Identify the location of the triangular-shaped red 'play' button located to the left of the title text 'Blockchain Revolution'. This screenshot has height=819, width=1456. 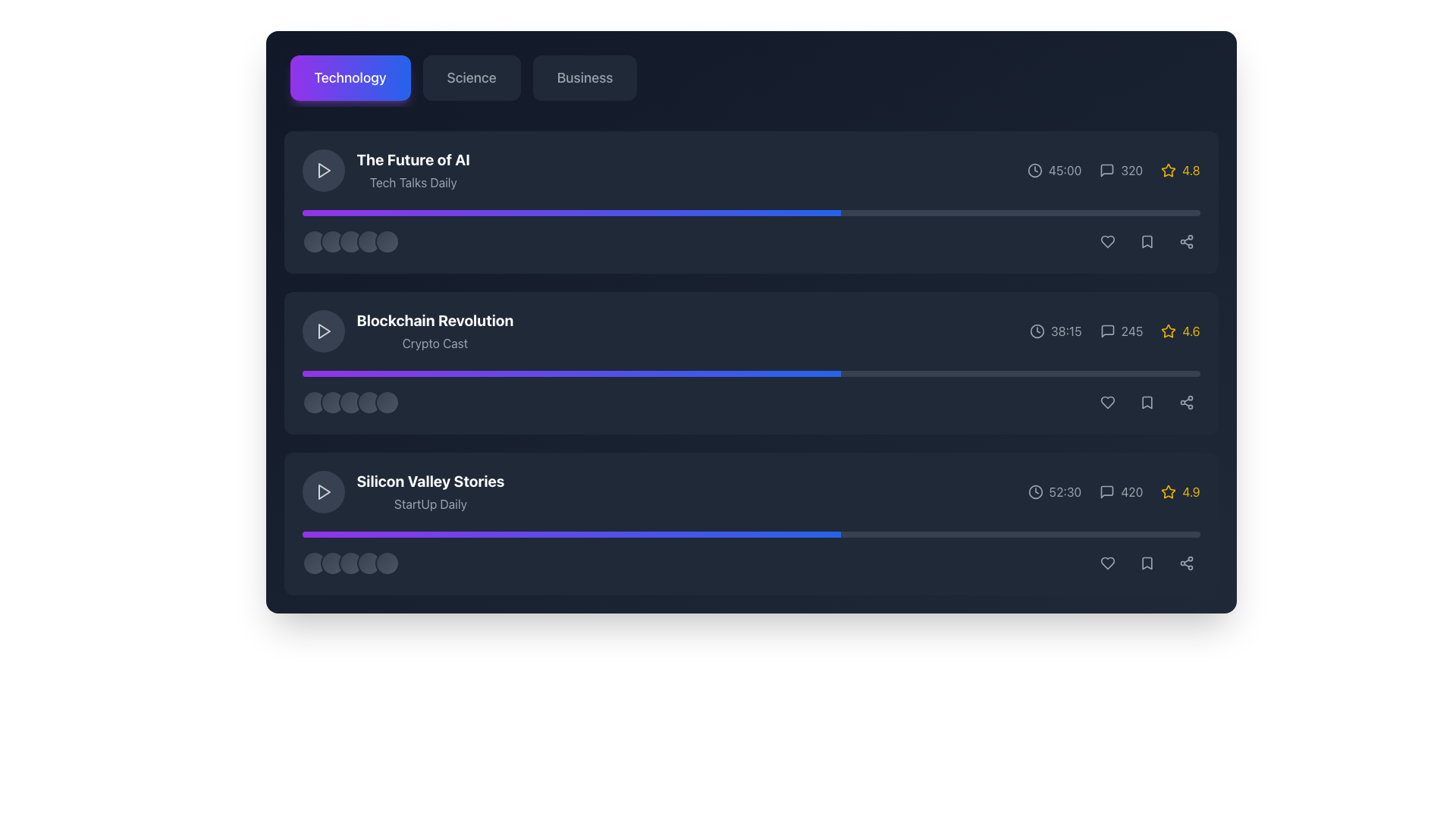
(323, 330).